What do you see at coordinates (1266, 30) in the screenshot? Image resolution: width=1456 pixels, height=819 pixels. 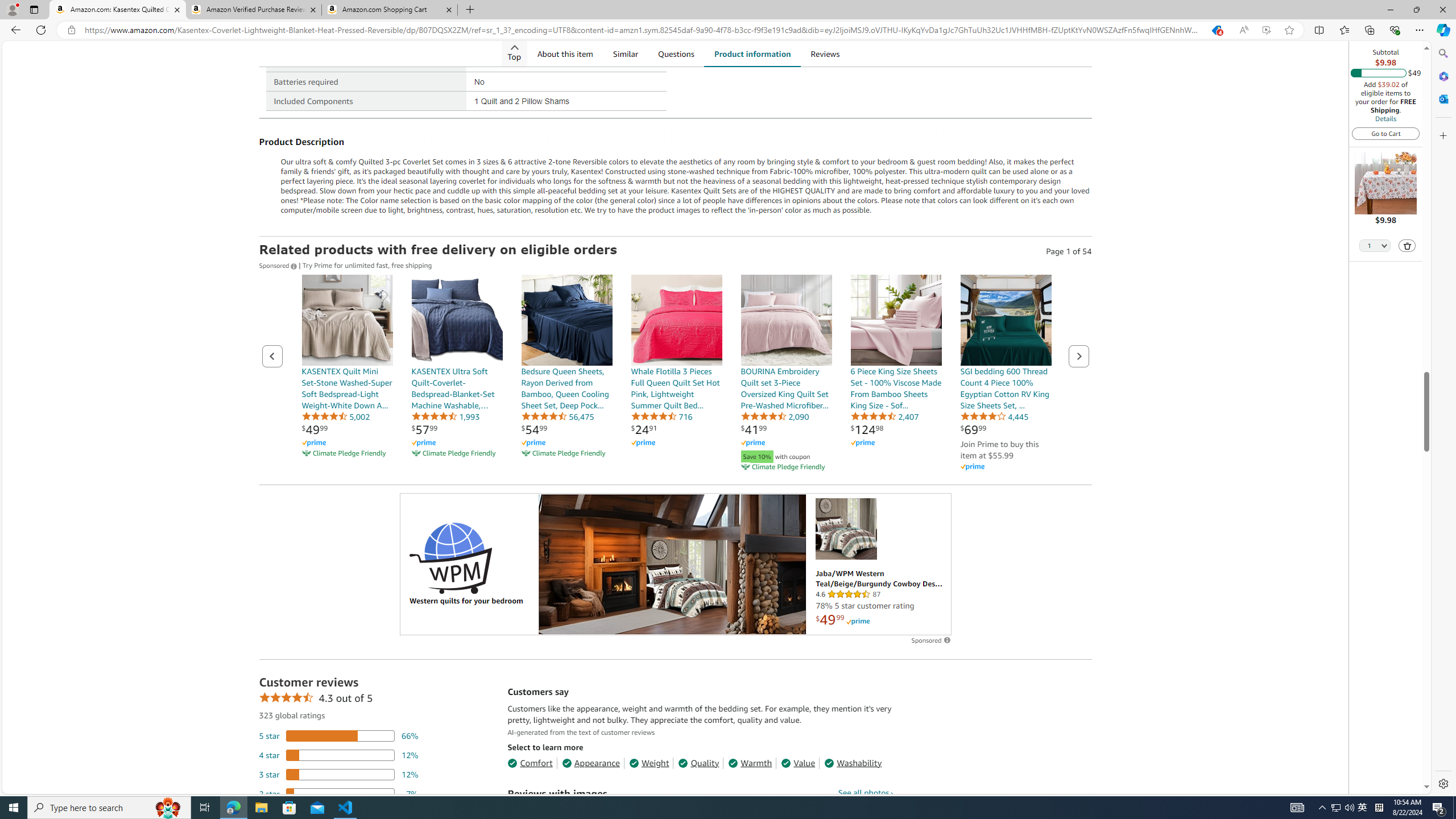 I see `'Enhance video'` at bounding box center [1266, 30].